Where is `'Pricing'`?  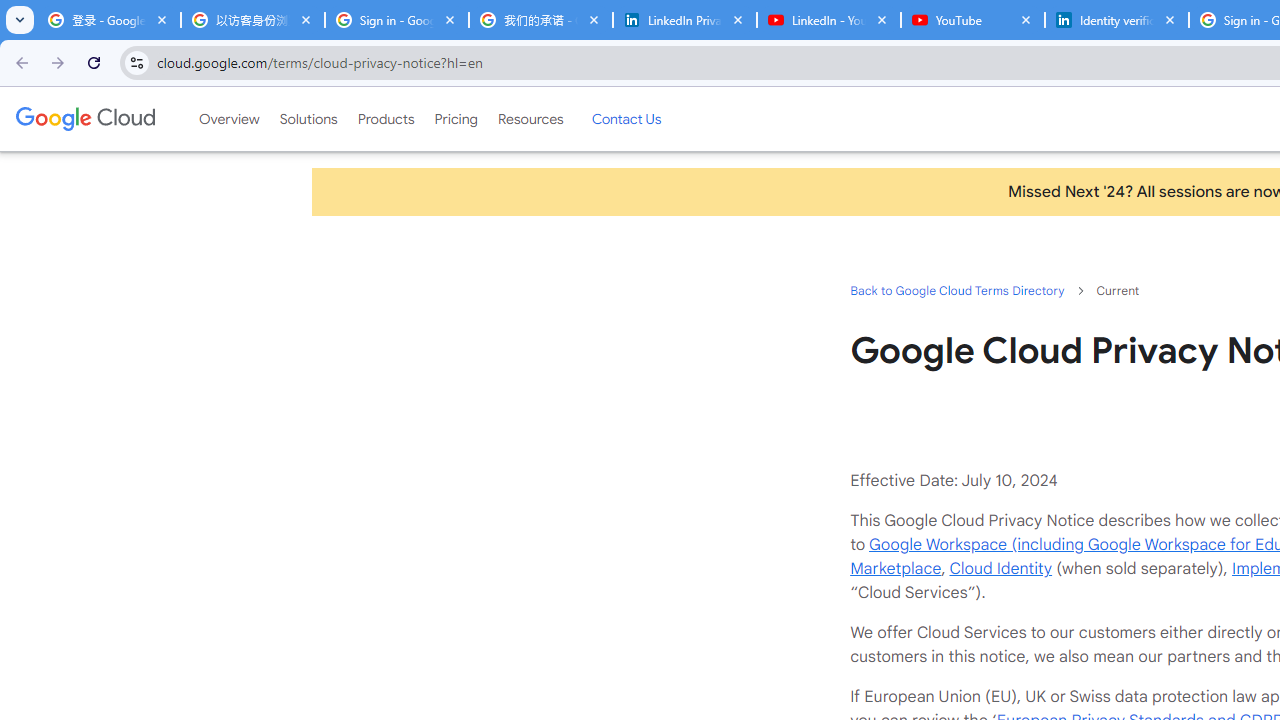 'Pricing' is located at coordinates (454, 119).